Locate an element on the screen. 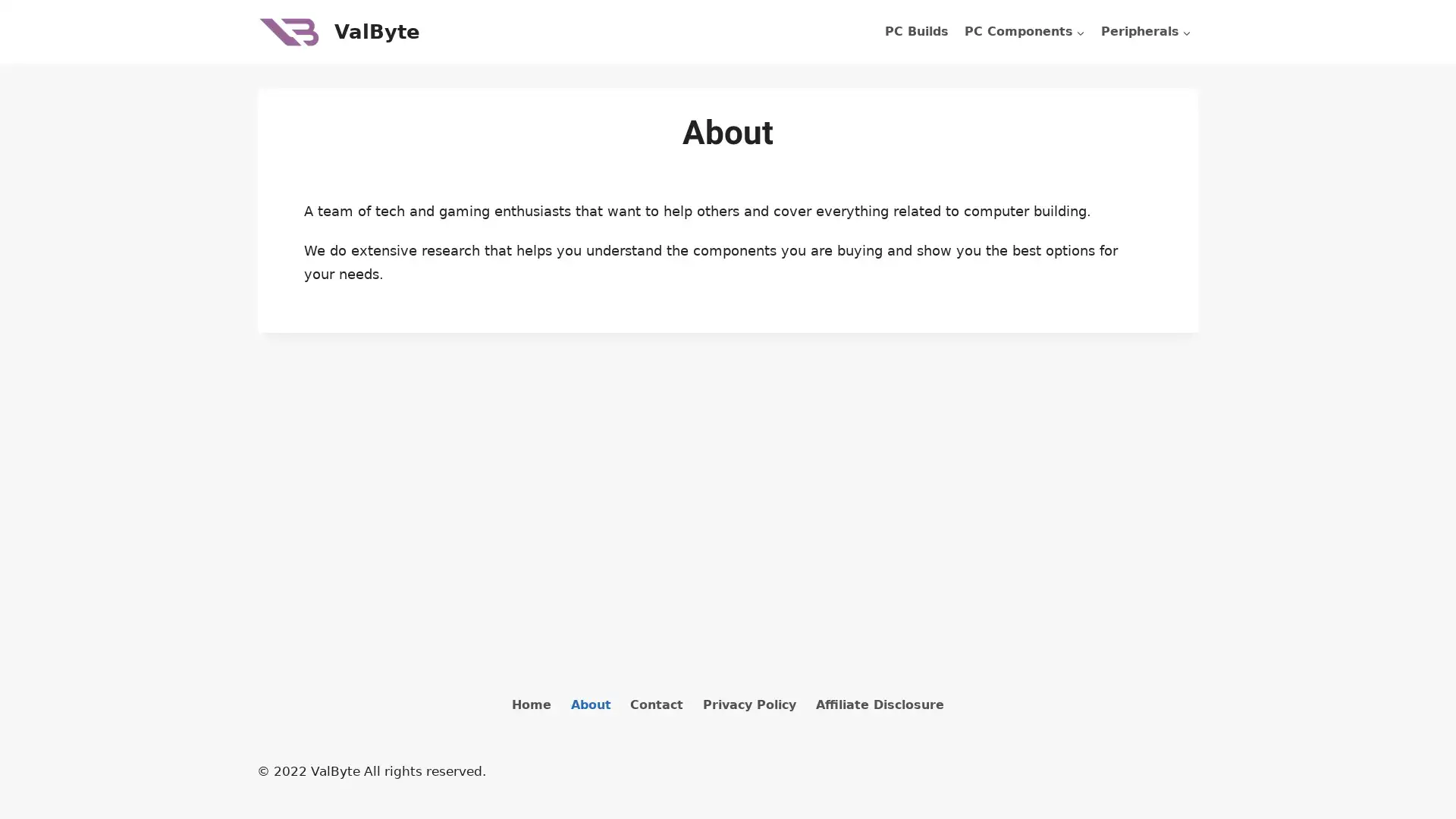 The height and width of the screenshot is (819, 1456). Expand child menu is located at coordinates (1024, 32).